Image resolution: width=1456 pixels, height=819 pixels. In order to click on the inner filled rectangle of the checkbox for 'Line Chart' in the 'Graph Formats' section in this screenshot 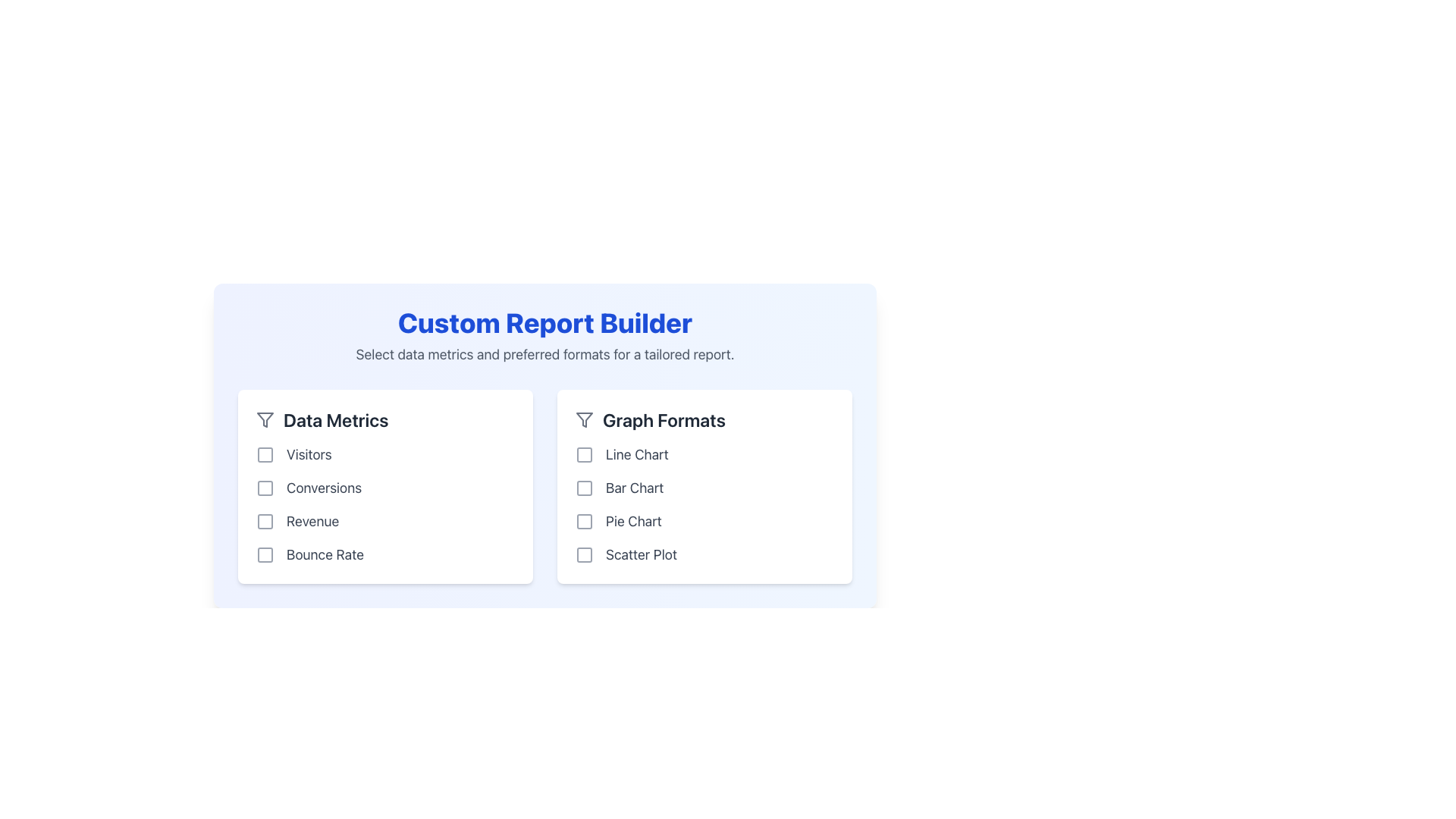, I will do `click(584, 454)`.